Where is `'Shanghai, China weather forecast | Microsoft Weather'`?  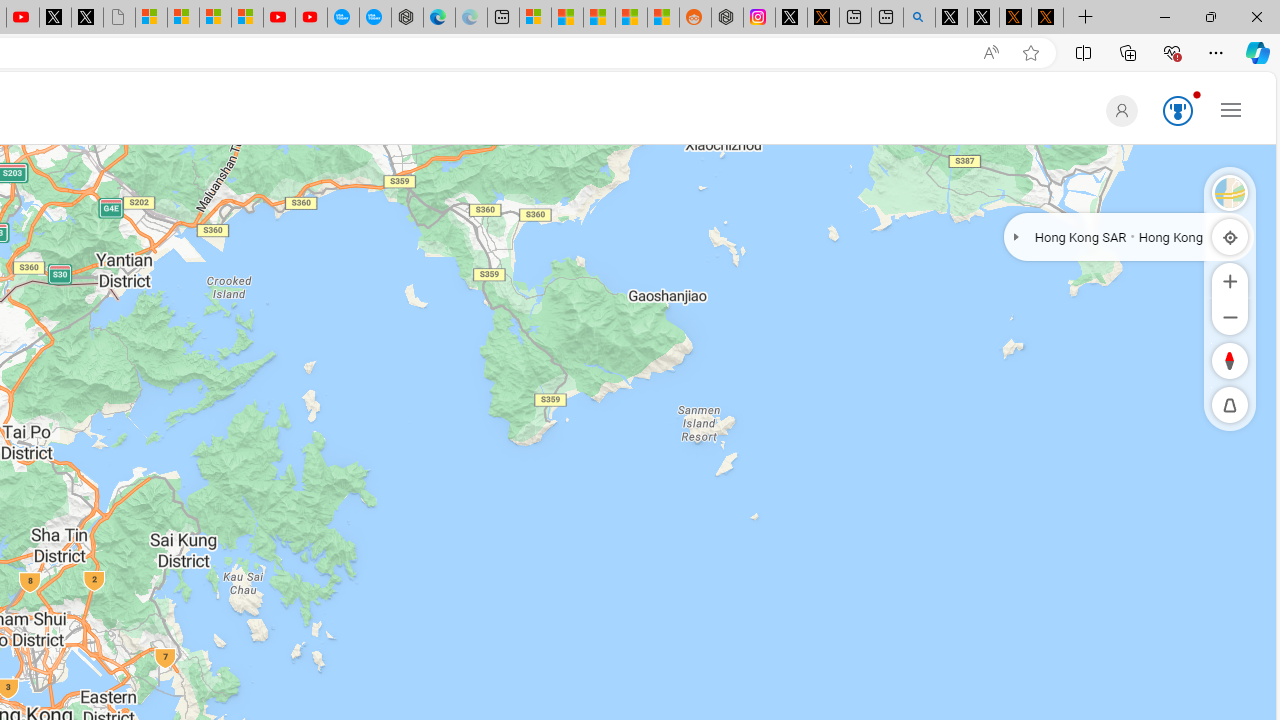
'Shanghai, China weather forecast | Microsoft Weather' is located at coordinates (566, 17).